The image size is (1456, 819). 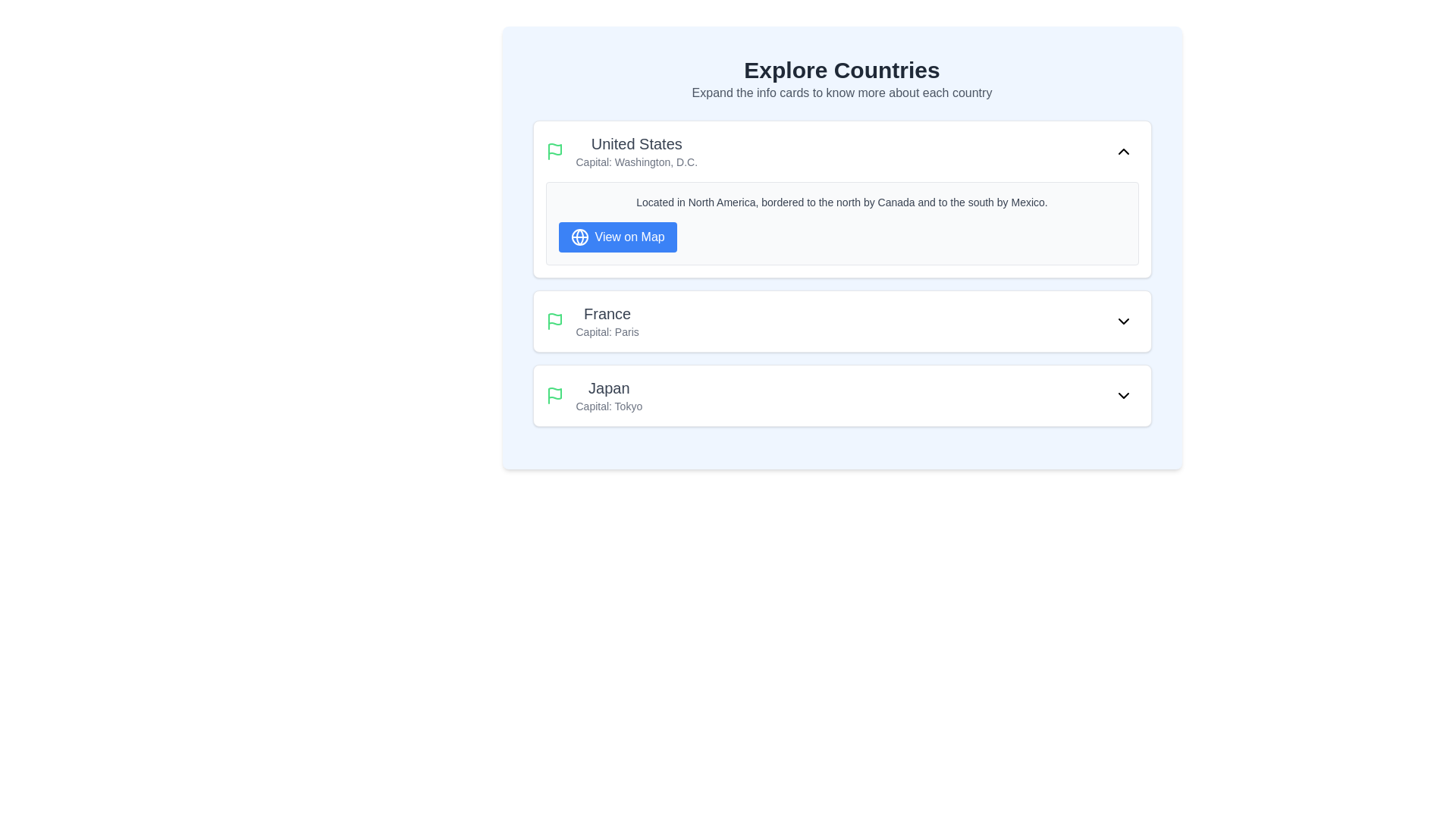 What do you see at coordinates (1123, 321) in the screenshot?
I see `the toggle icon in the top-right corner of the 'France' card to possibly display a tooltip` at bounding box center [1123, 321].